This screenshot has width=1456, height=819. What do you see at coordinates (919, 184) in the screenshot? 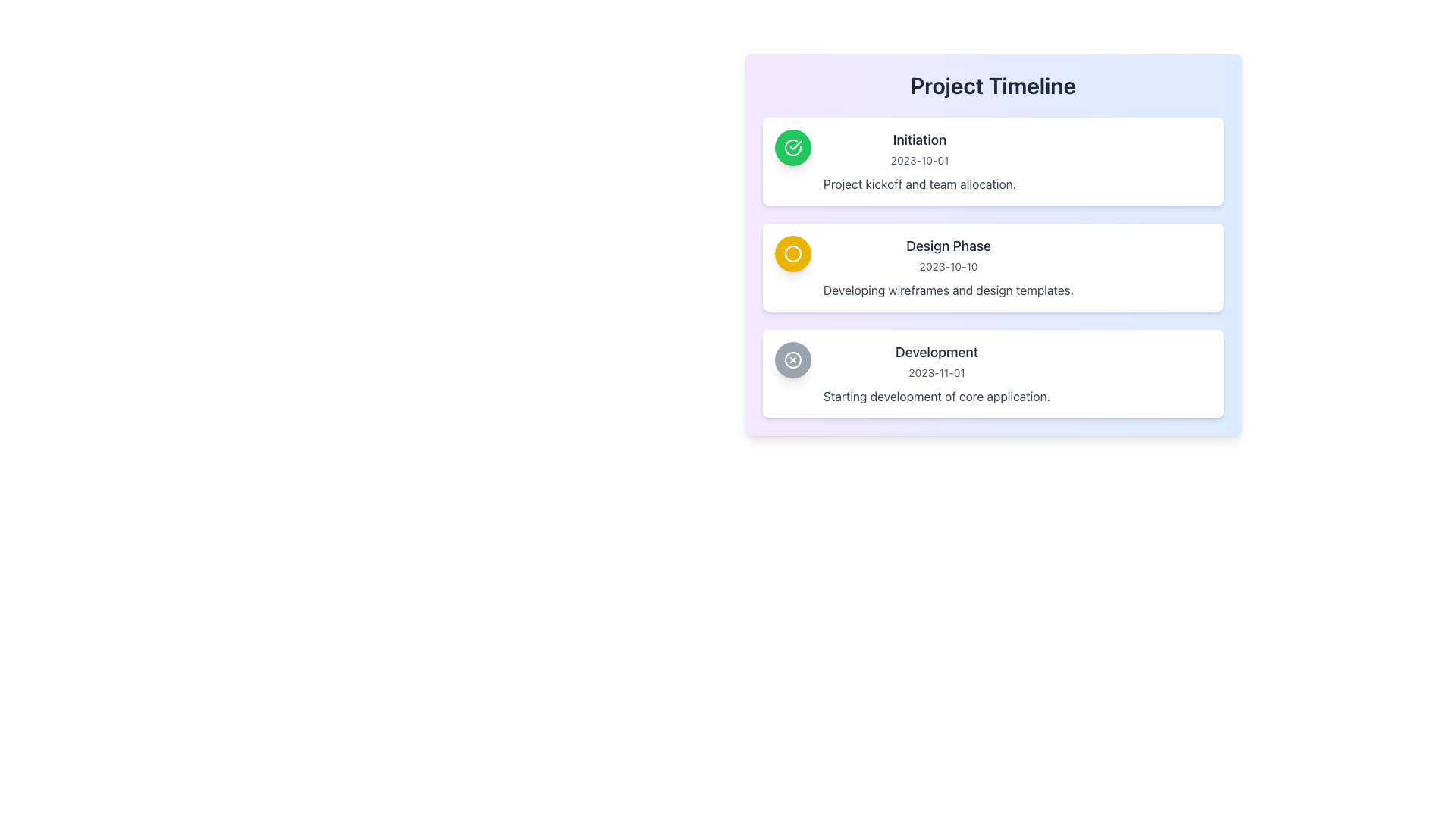
I see `the text label that reads 'Project kickoff and team allocation.' located in the 'Initiation' section, positioned below the date '2023-10-01'` at bounding box center [919, 184].